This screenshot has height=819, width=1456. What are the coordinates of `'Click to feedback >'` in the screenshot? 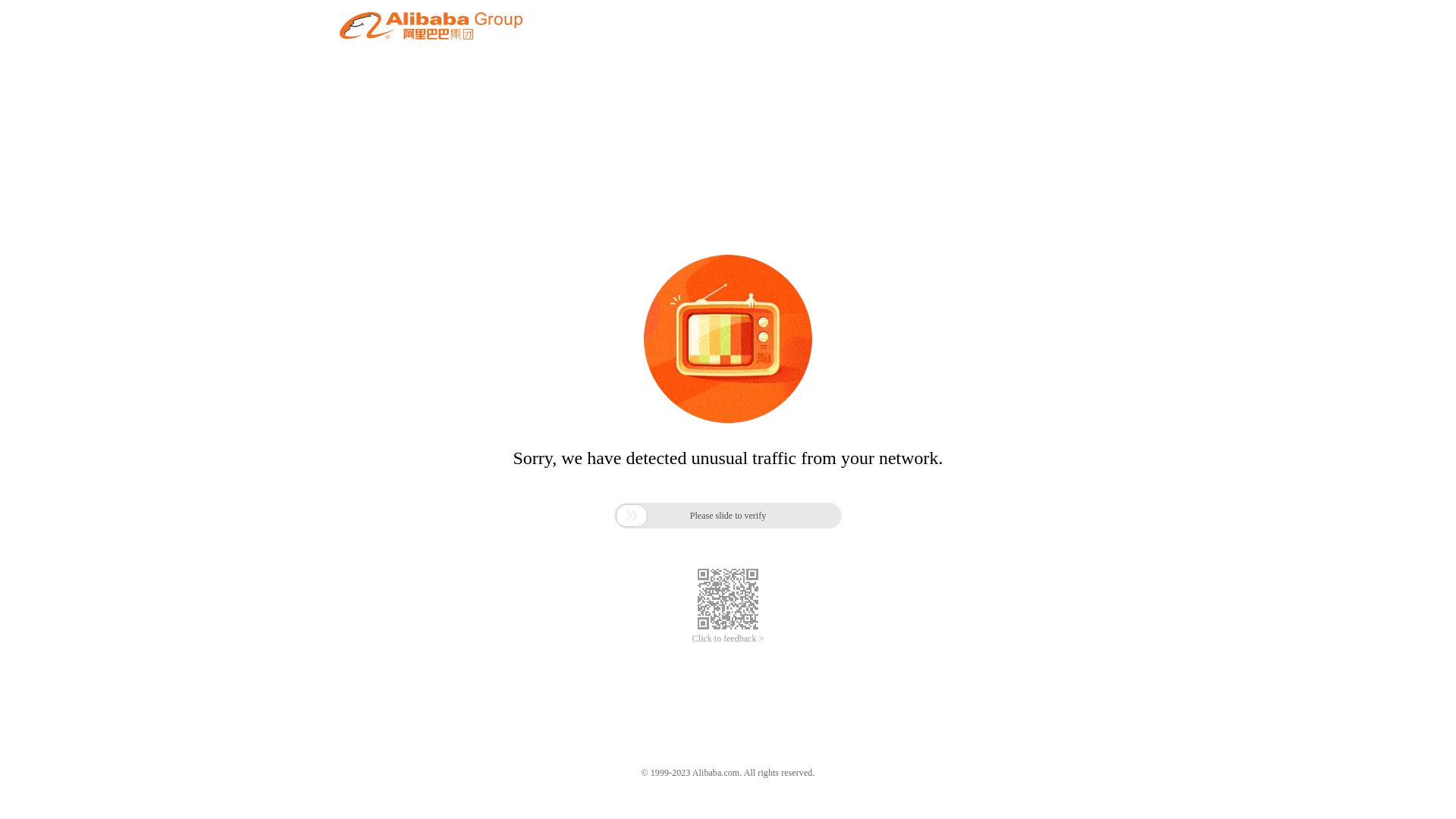 It's located at (728, 639).